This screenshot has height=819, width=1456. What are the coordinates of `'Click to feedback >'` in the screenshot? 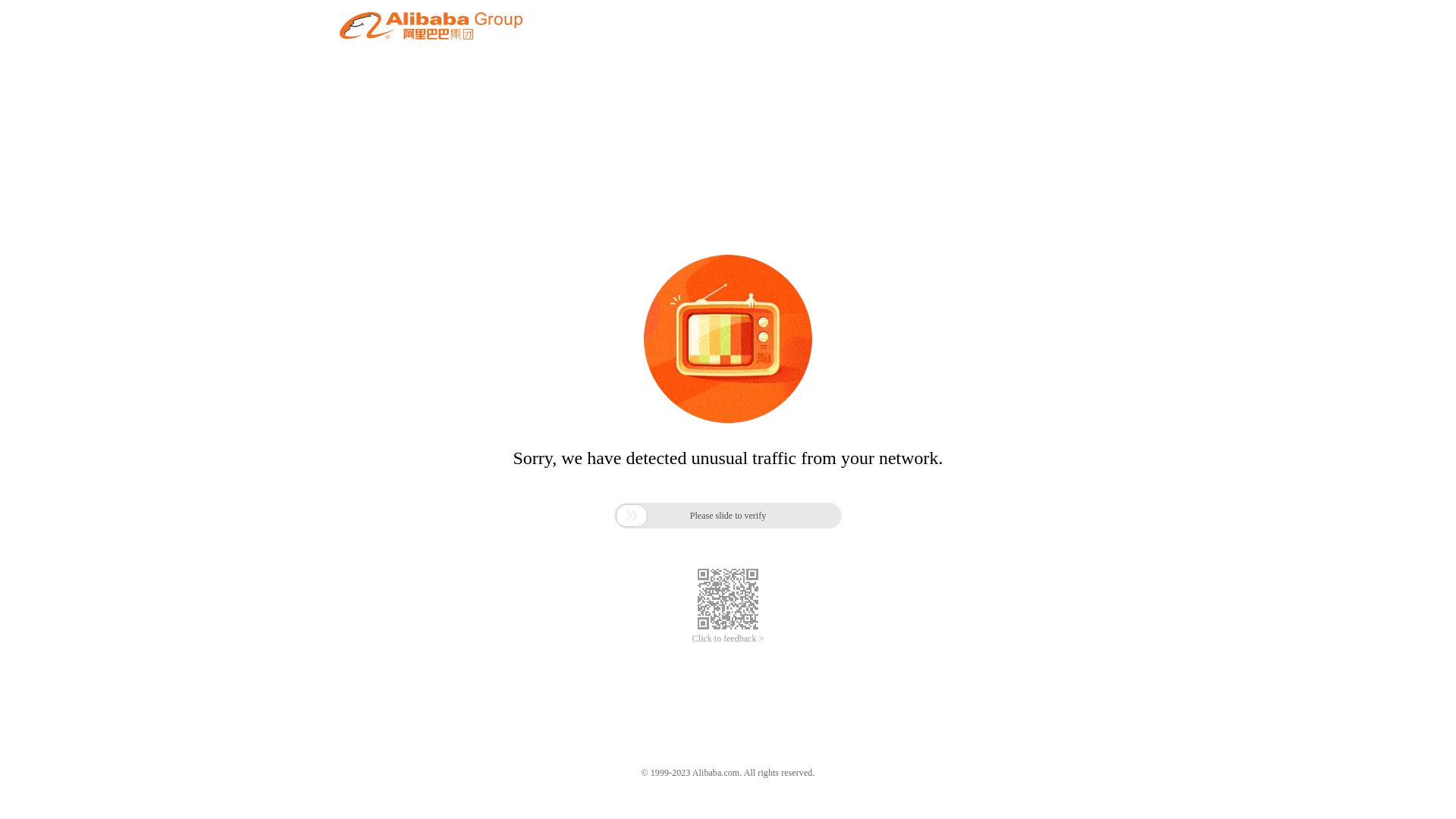 It's located at (728, 639).